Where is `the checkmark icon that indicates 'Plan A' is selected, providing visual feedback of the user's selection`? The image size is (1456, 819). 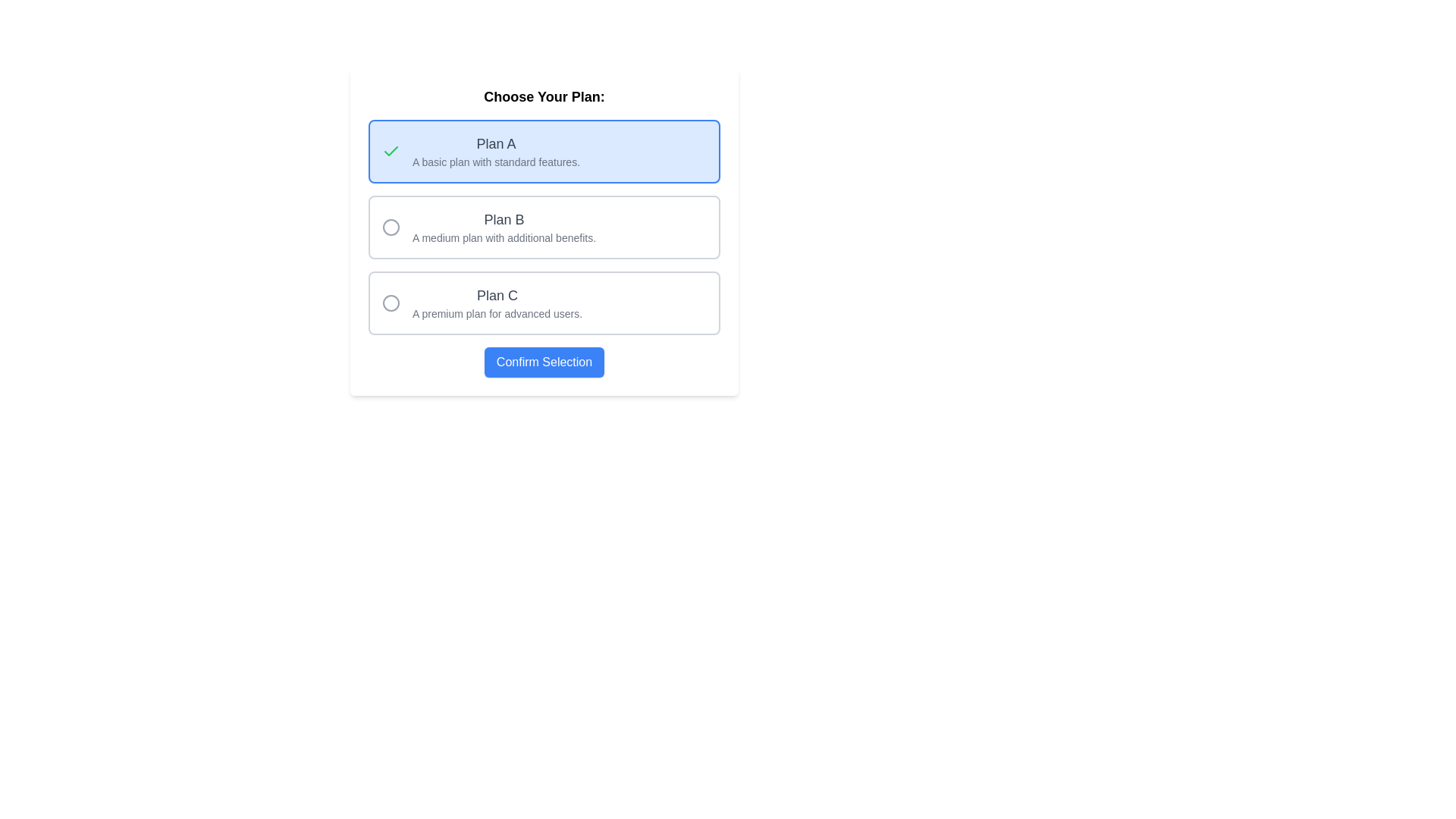 the checkmark icon that indicates 'Plan A' is selected, providing visual feedback of the user's selection is located at coordinates (391, 151).